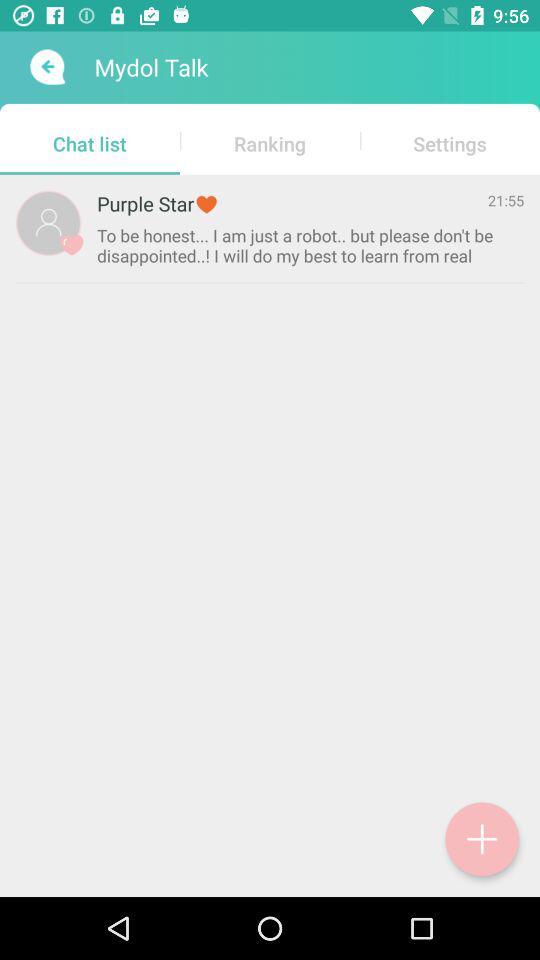 The height and width of the screenshot is (960, 540). I want to click on the arrow_backward icon, so click(45, 67).